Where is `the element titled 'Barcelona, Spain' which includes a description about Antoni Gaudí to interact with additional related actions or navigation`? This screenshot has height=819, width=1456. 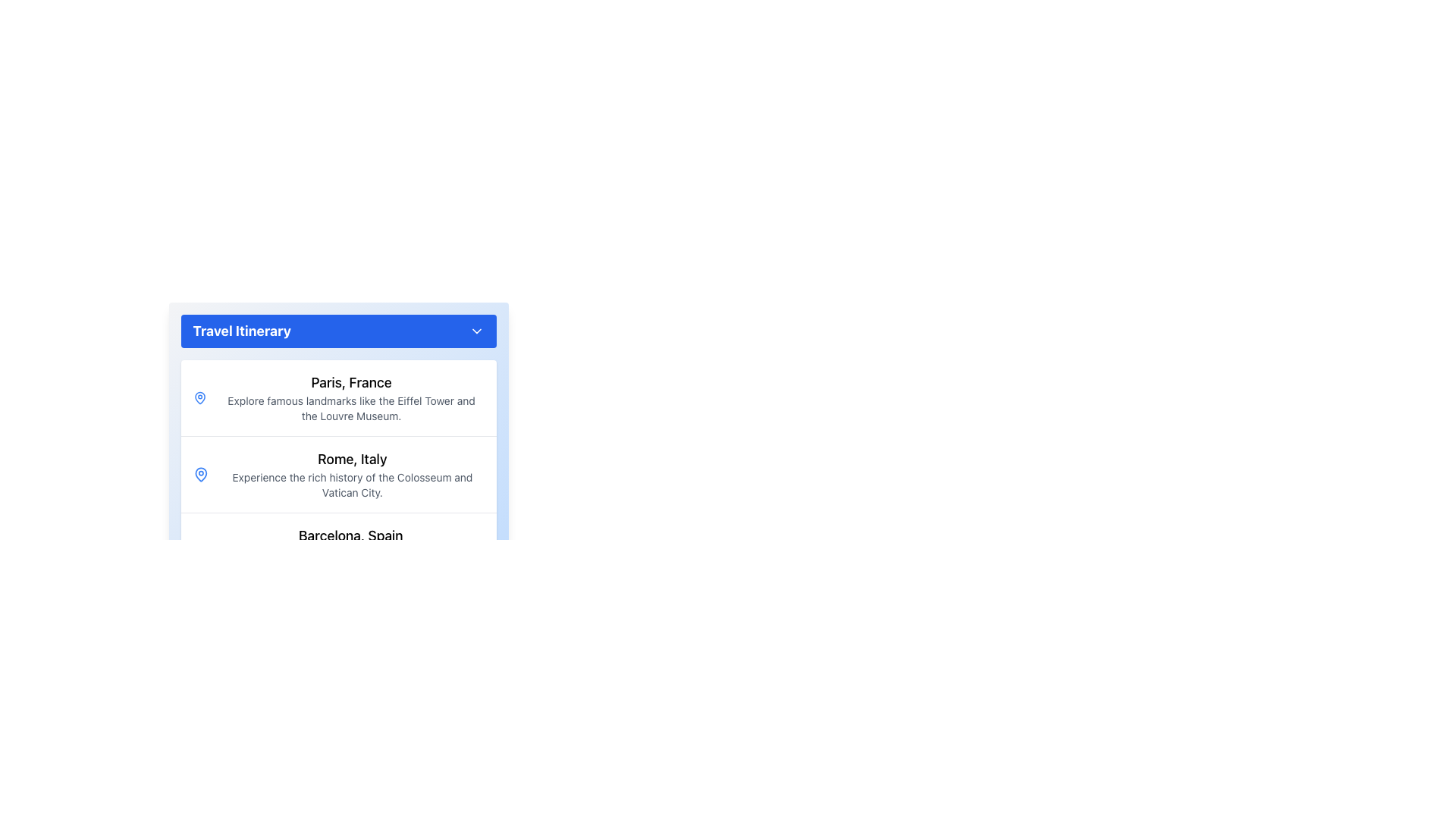
the element titled 'Barcelona, Spain' which includes a description about Antoni Gaudí to interact with additional related actions or navigation is located at coordinates (350, 551).